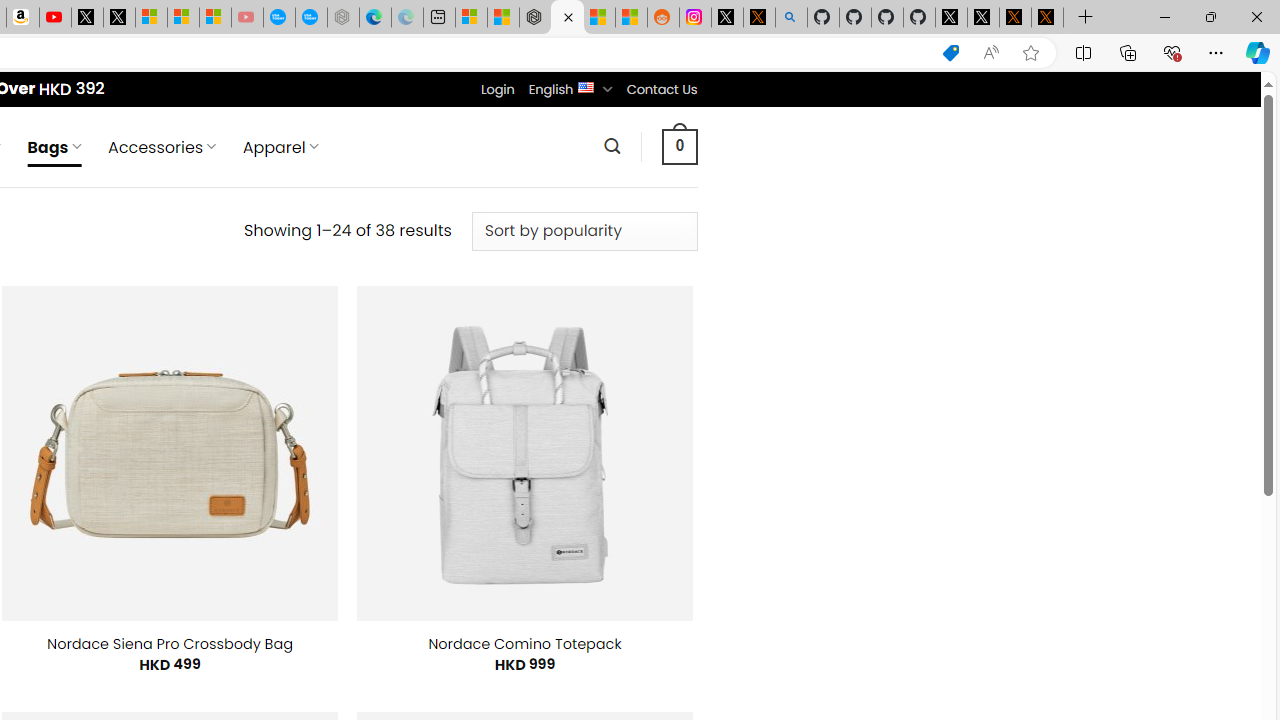 This screenshot has width=1280, height=720. Describe the element at coordinates (566, 17) in the screenshot. I see `'Nordace - Bags'` at that location.